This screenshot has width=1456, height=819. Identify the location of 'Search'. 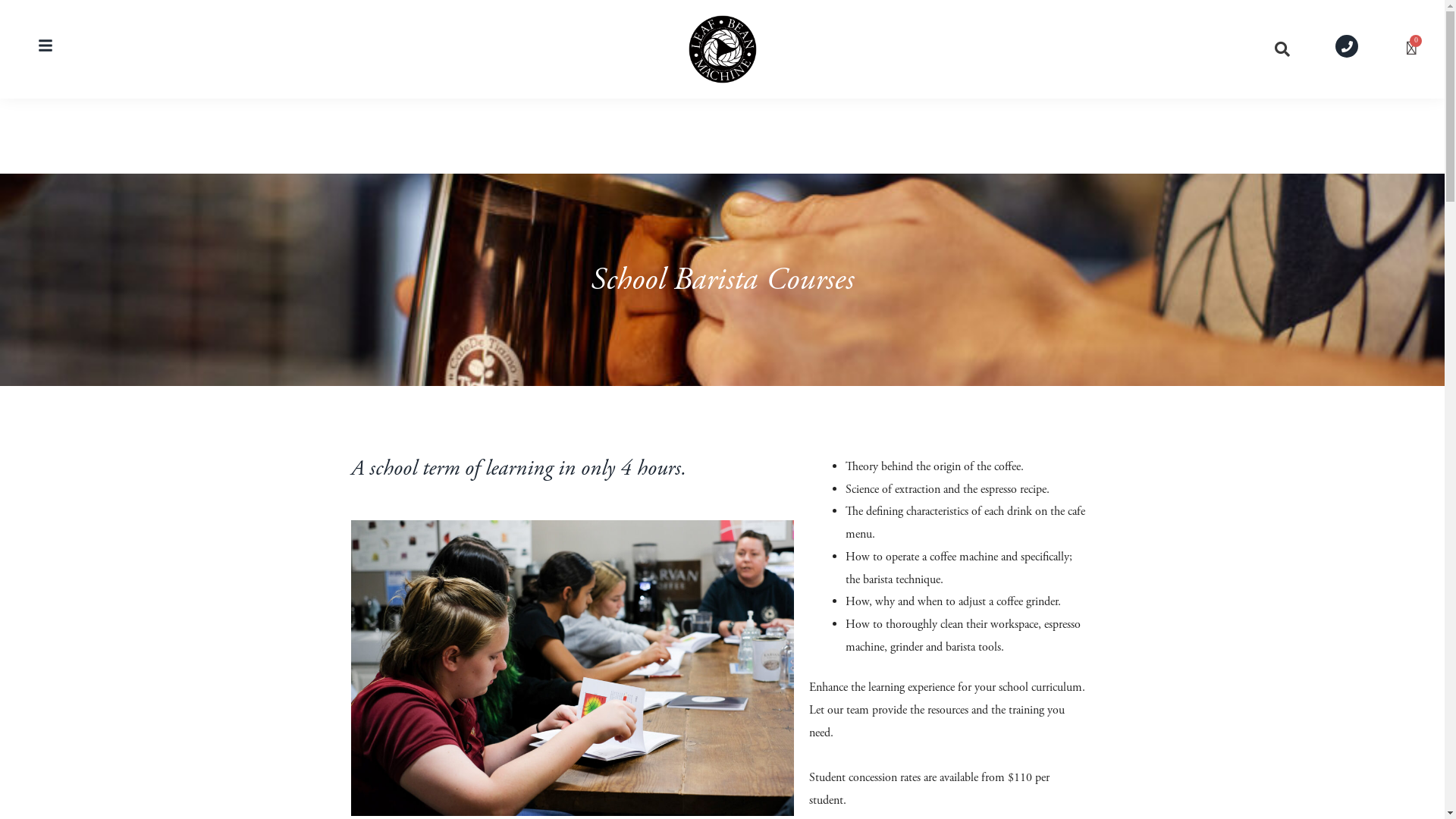
(1277, 49).